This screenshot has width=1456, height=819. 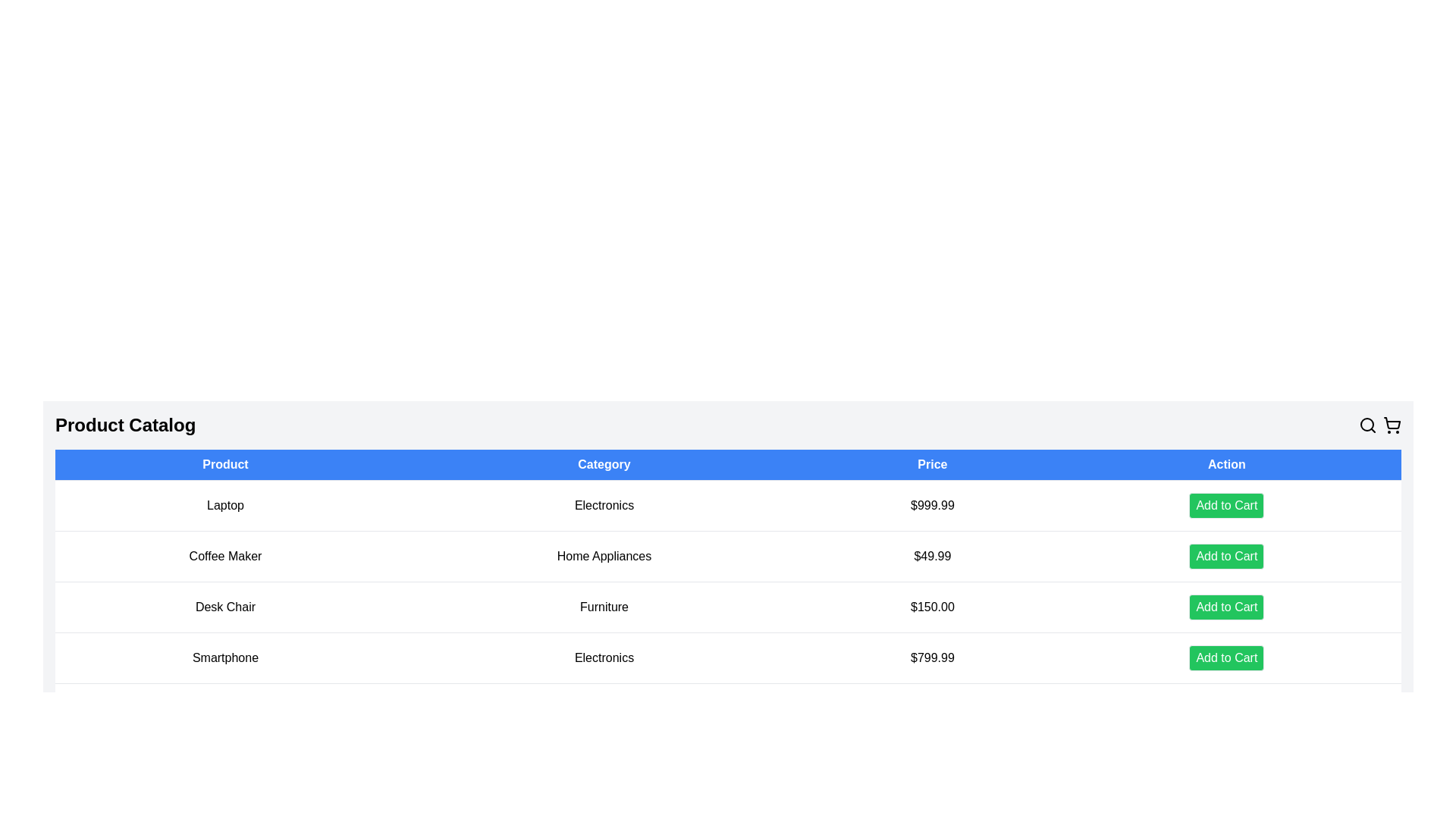 What do you see at coordinates (1226, 607) in the screenshot?
I see `the third 'Add to Cart' button in the product catalog table for the Desk Chair` at bounding box center [1226, 607].